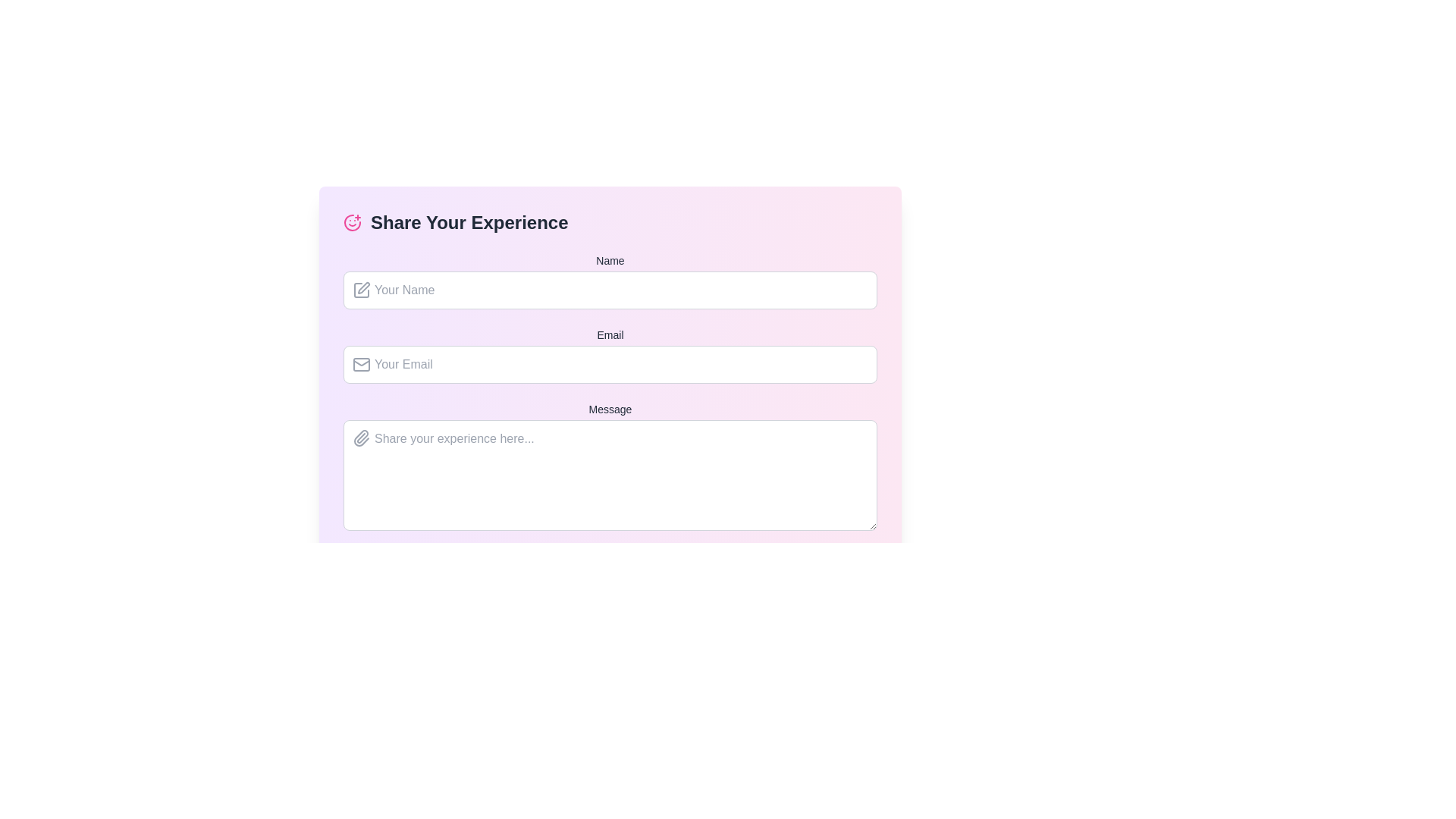  I want to click on the label indicating the email input field, which is positioned directly above the input field in the user feedback submission section, so click(610, 334).